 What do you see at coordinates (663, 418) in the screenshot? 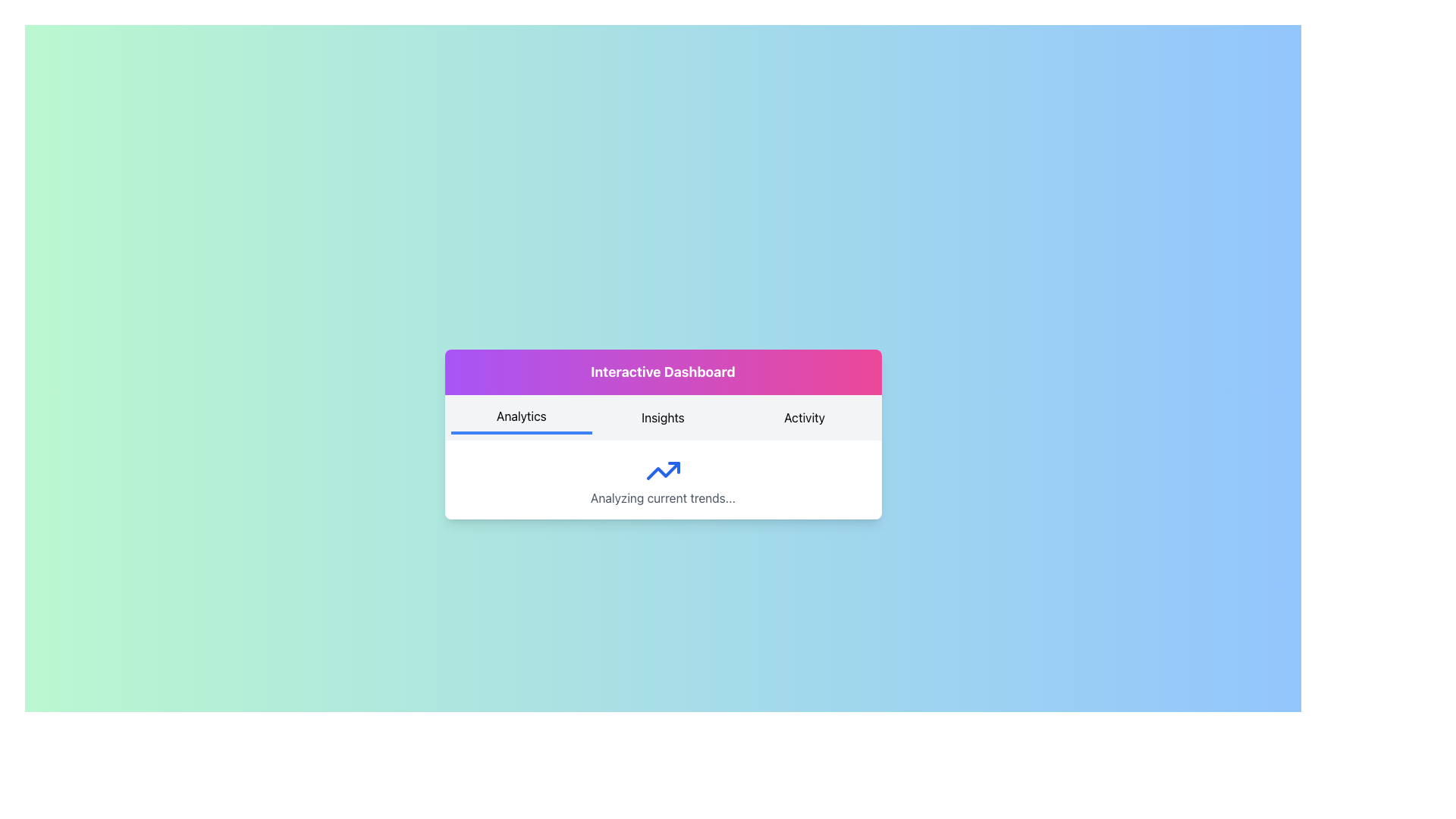
I see `the 'Insights' tab, which is the middle tab in a row of three text-based tabs under the 'Interactive Dashboard' banner` at bounding box center [663, 418].